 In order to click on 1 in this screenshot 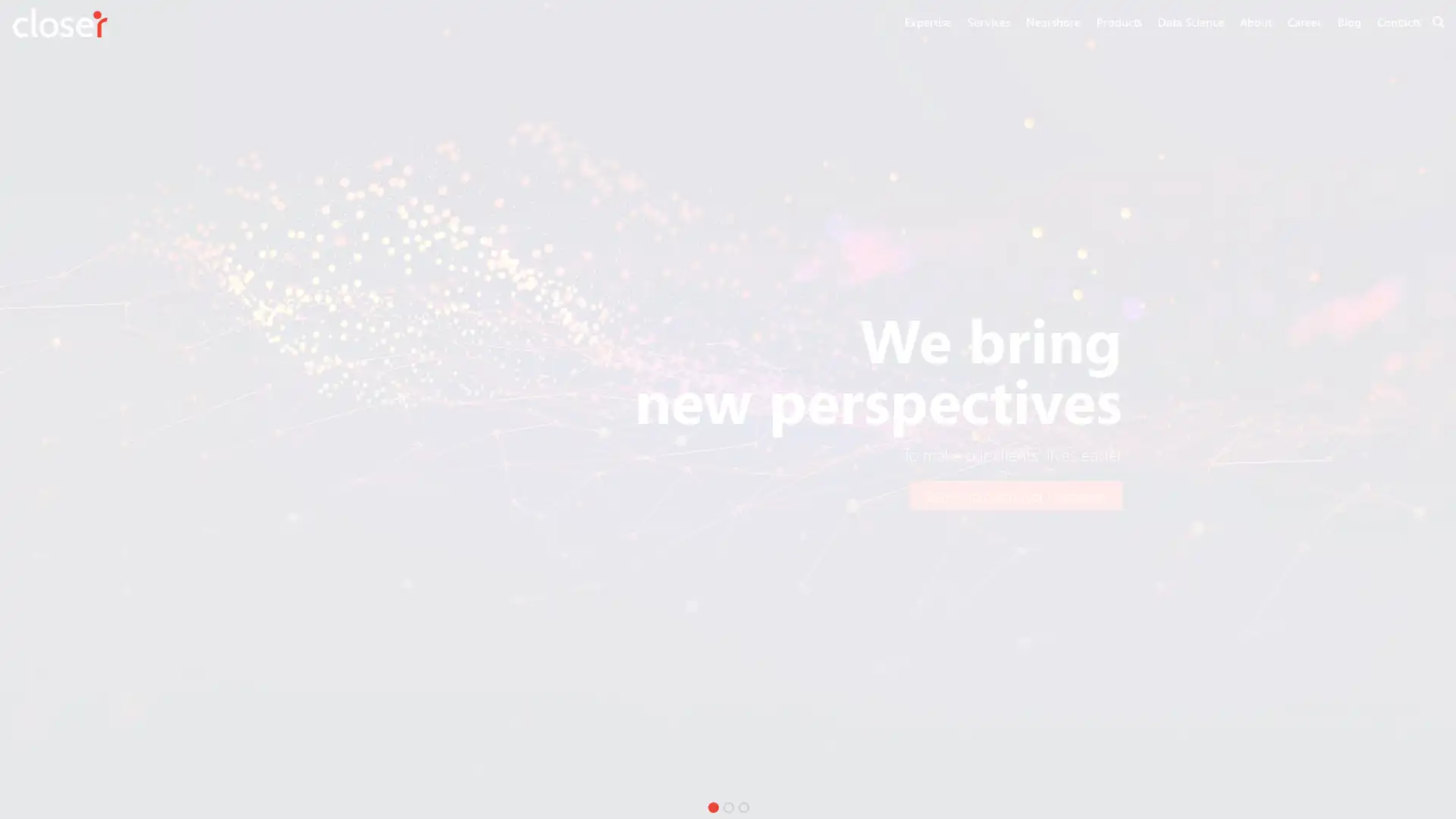, I will do `click(712, 806)`.